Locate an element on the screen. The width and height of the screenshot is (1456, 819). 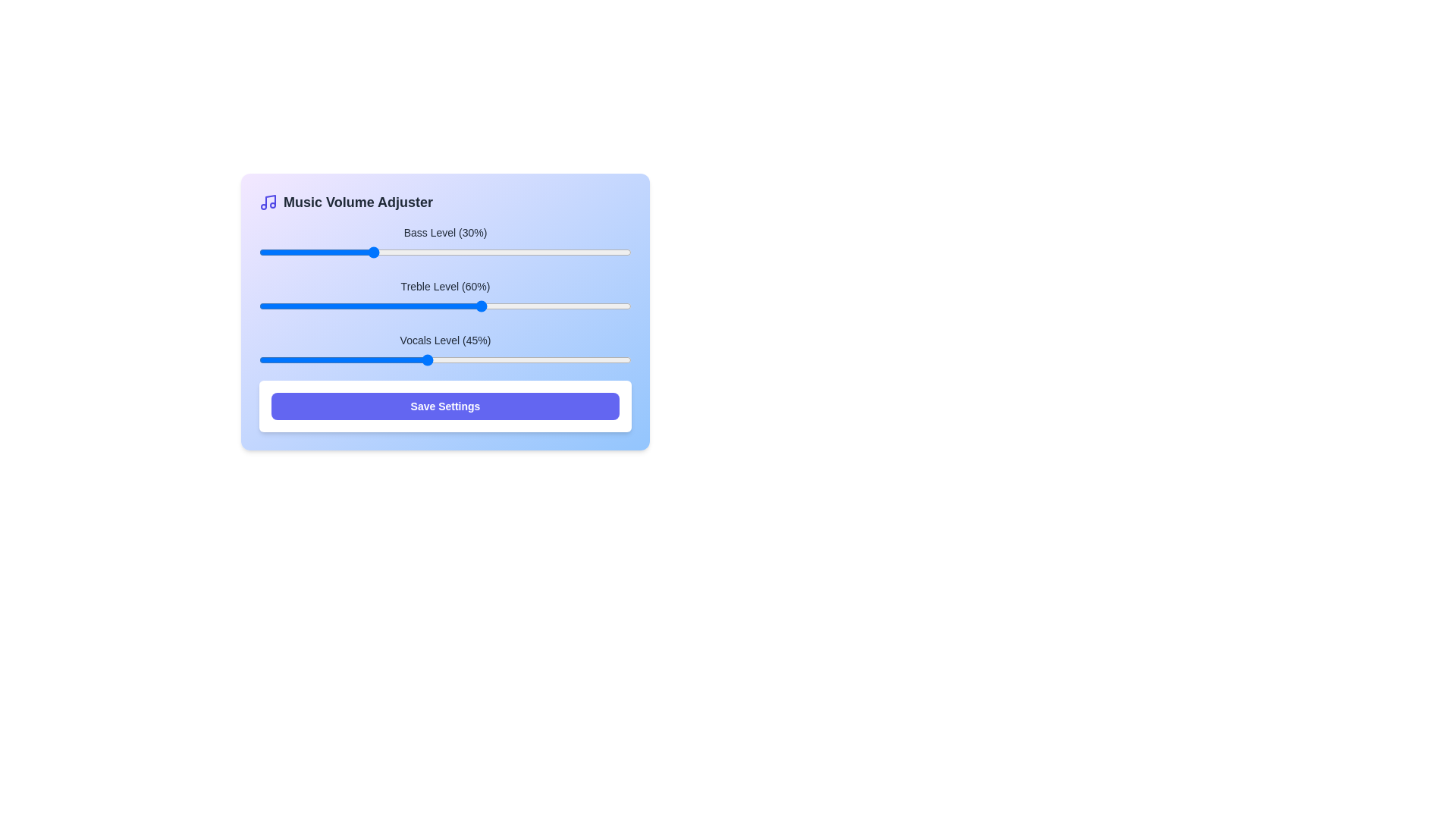
the track of the range slider located below the 'Vocals Level (45%)' label to move the thumb is located at coordinates (444, 359).